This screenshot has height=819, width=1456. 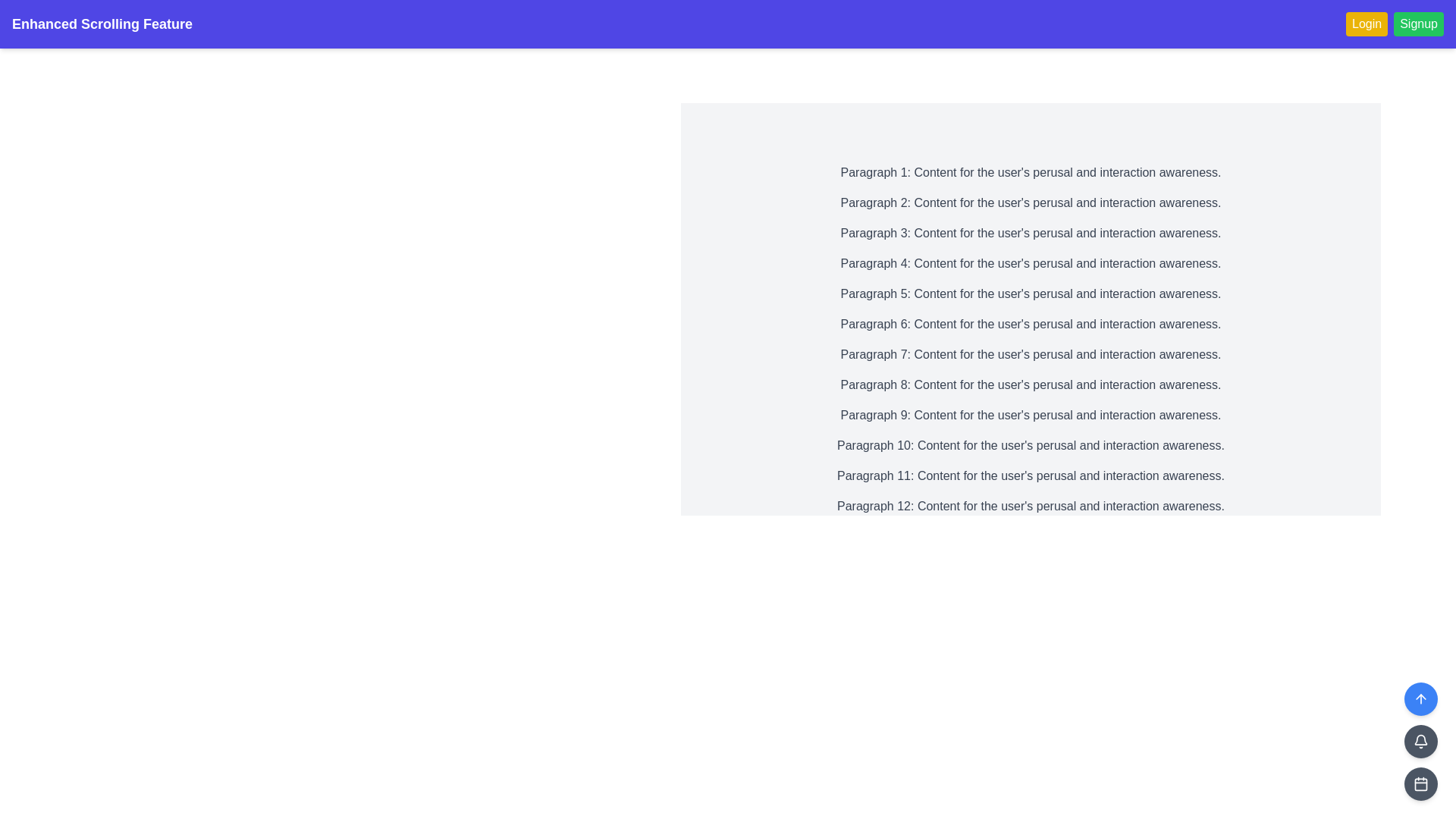 What do you see at coordinates (1031, 324) in the screenshot?
I see `the 6th item in a sequential list of paragraphs, which displays textual content for informational purposes, located centrally between Paragraph 5 and Paragraph 7` at bounding box center [1031, 324].